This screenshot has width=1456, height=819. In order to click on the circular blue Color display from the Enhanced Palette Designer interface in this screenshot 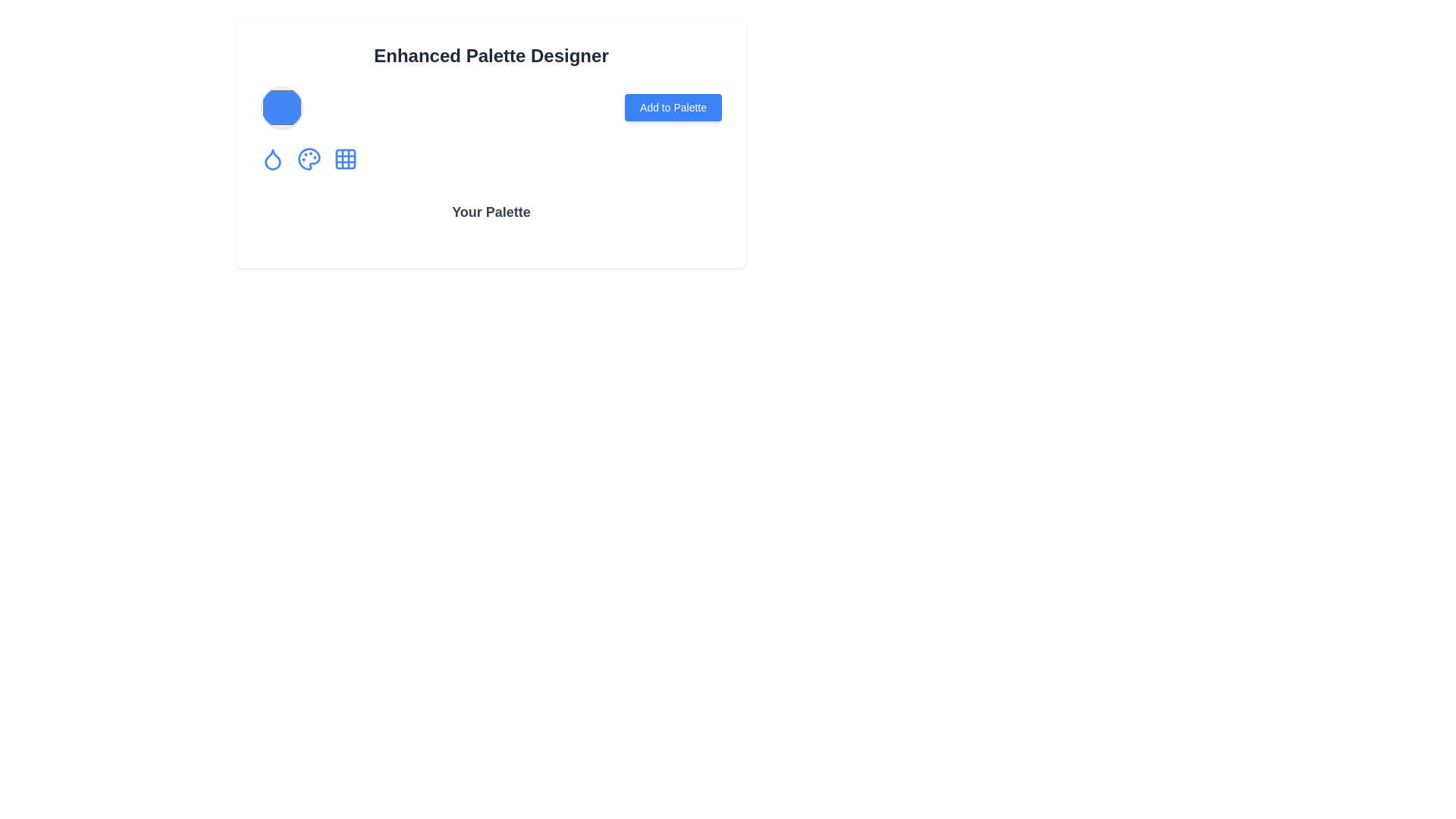, I will do `click(282, 107)`.